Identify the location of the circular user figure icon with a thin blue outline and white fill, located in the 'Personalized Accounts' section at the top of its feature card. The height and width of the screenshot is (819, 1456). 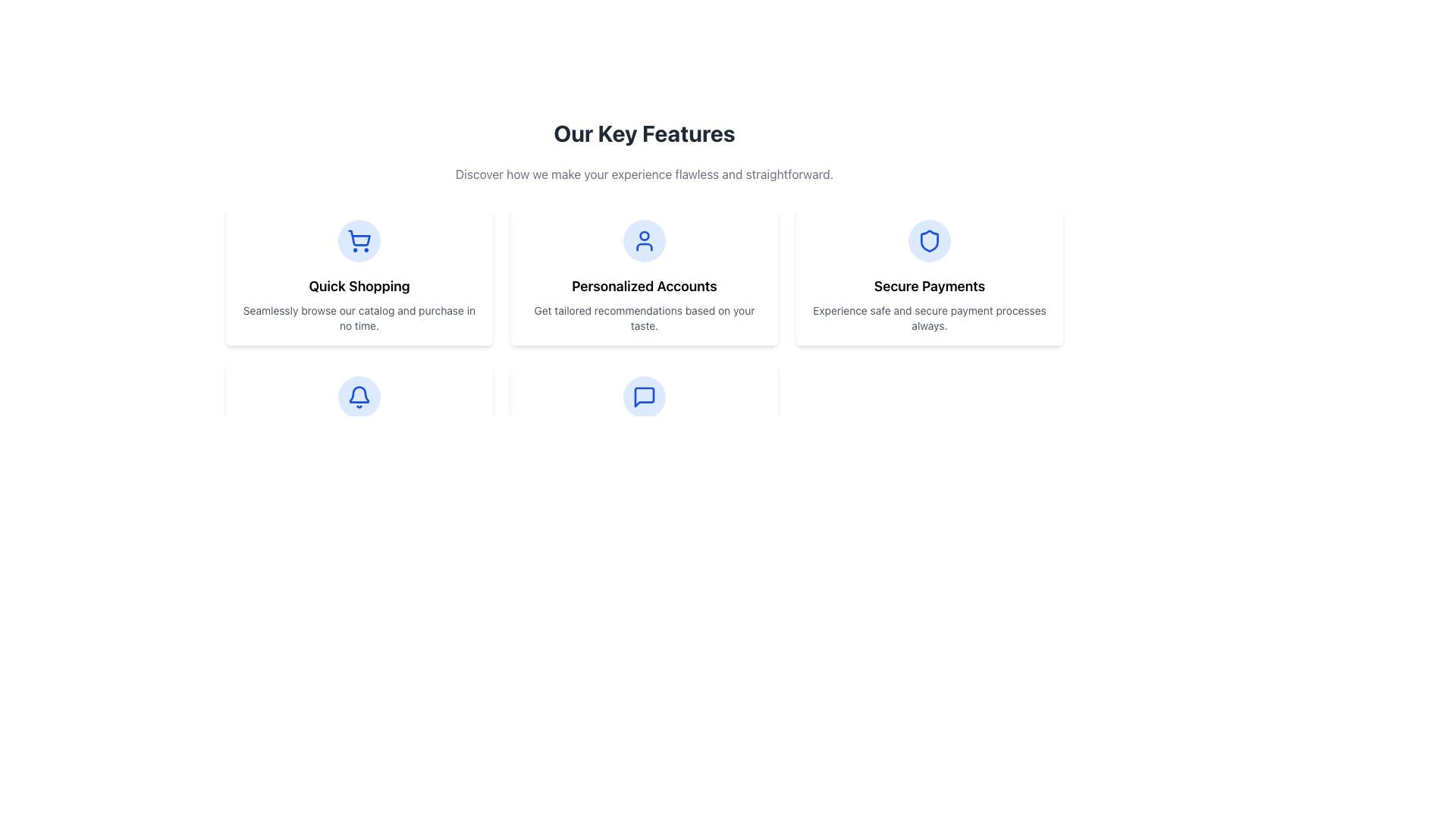
(644, 240).